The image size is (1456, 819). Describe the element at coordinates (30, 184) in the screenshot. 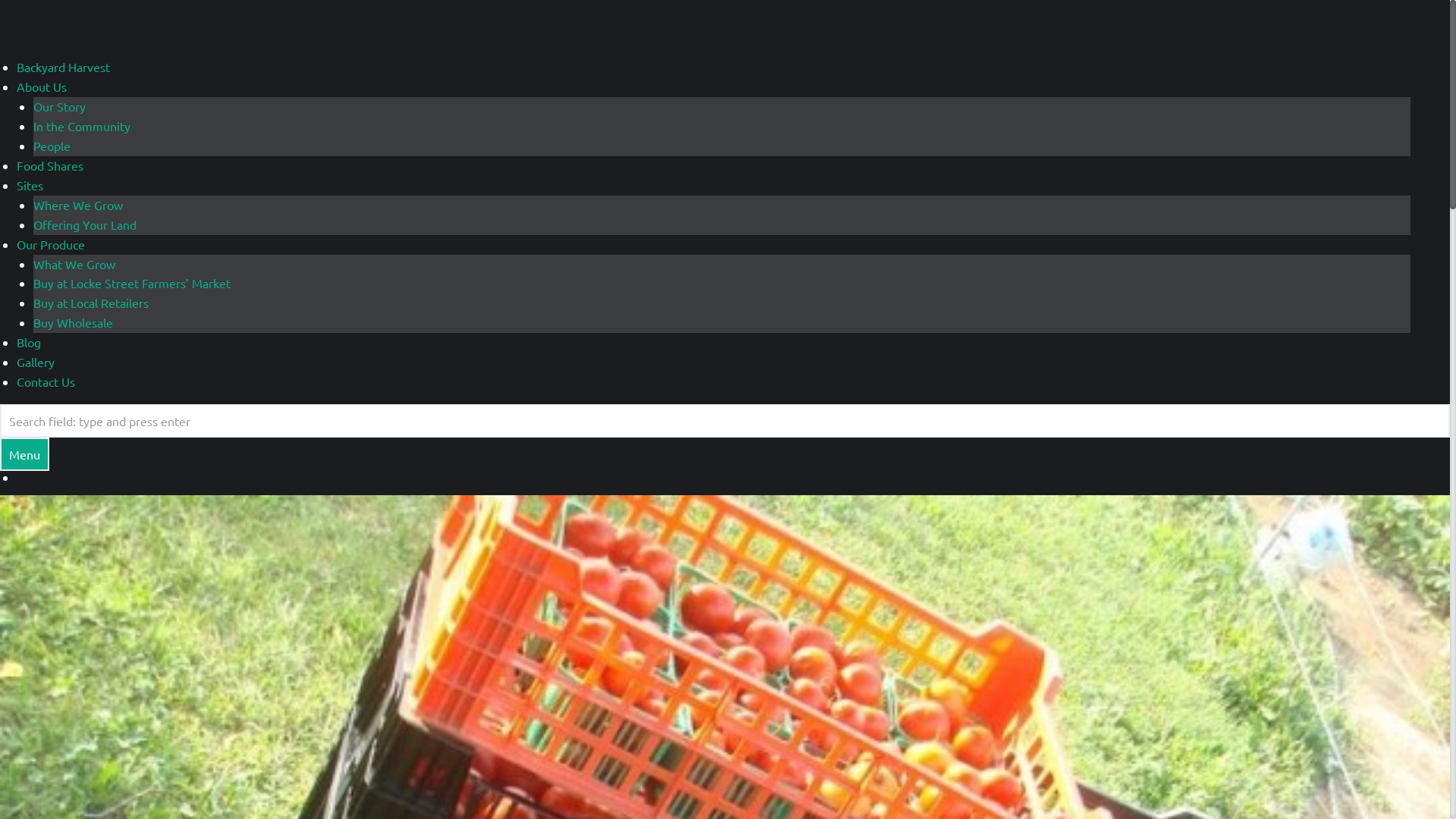

I see `'Sites'` at that location.